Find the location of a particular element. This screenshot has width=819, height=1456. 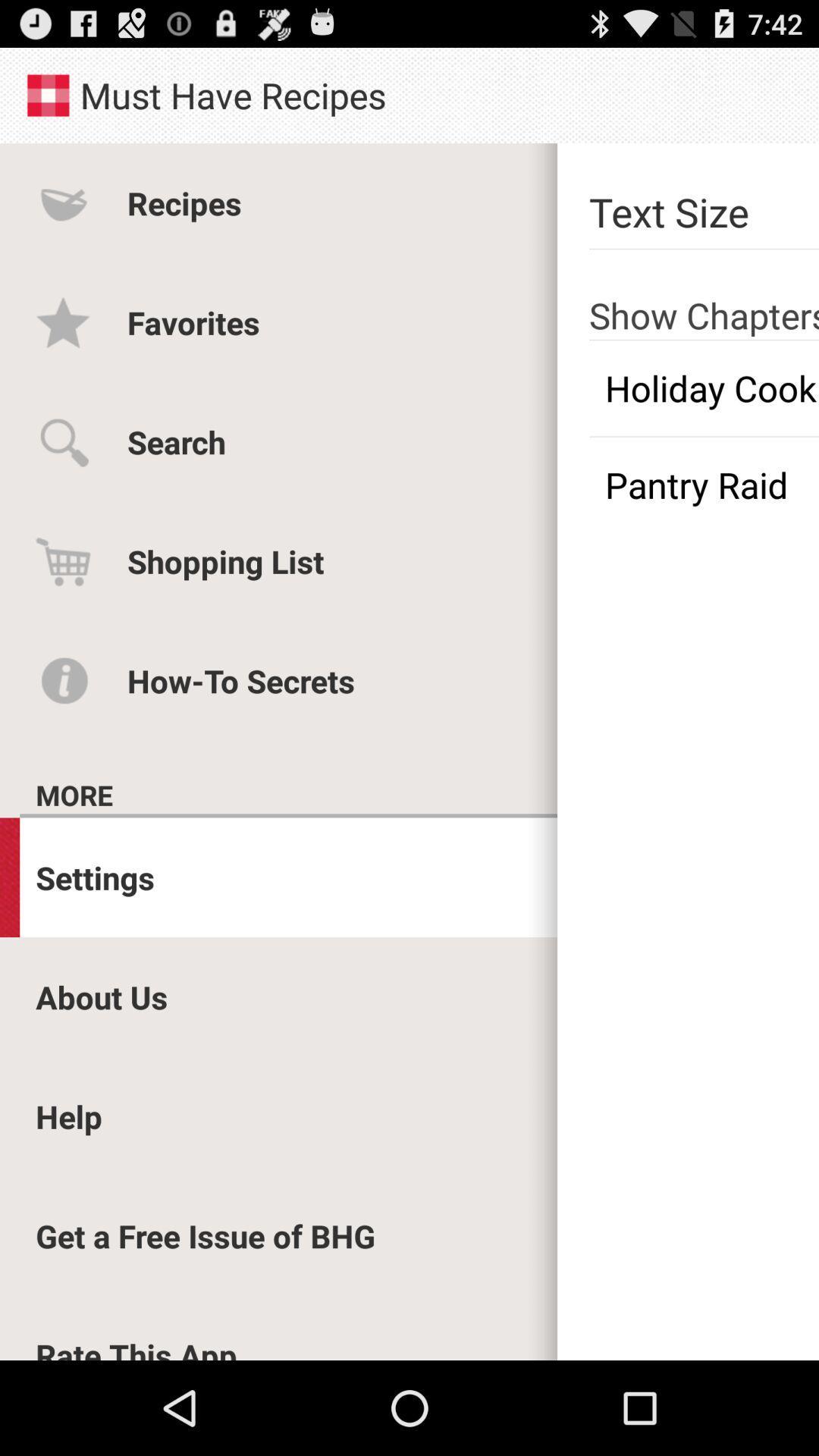

pantry raid checkbox is located at coordinates (704, 484).